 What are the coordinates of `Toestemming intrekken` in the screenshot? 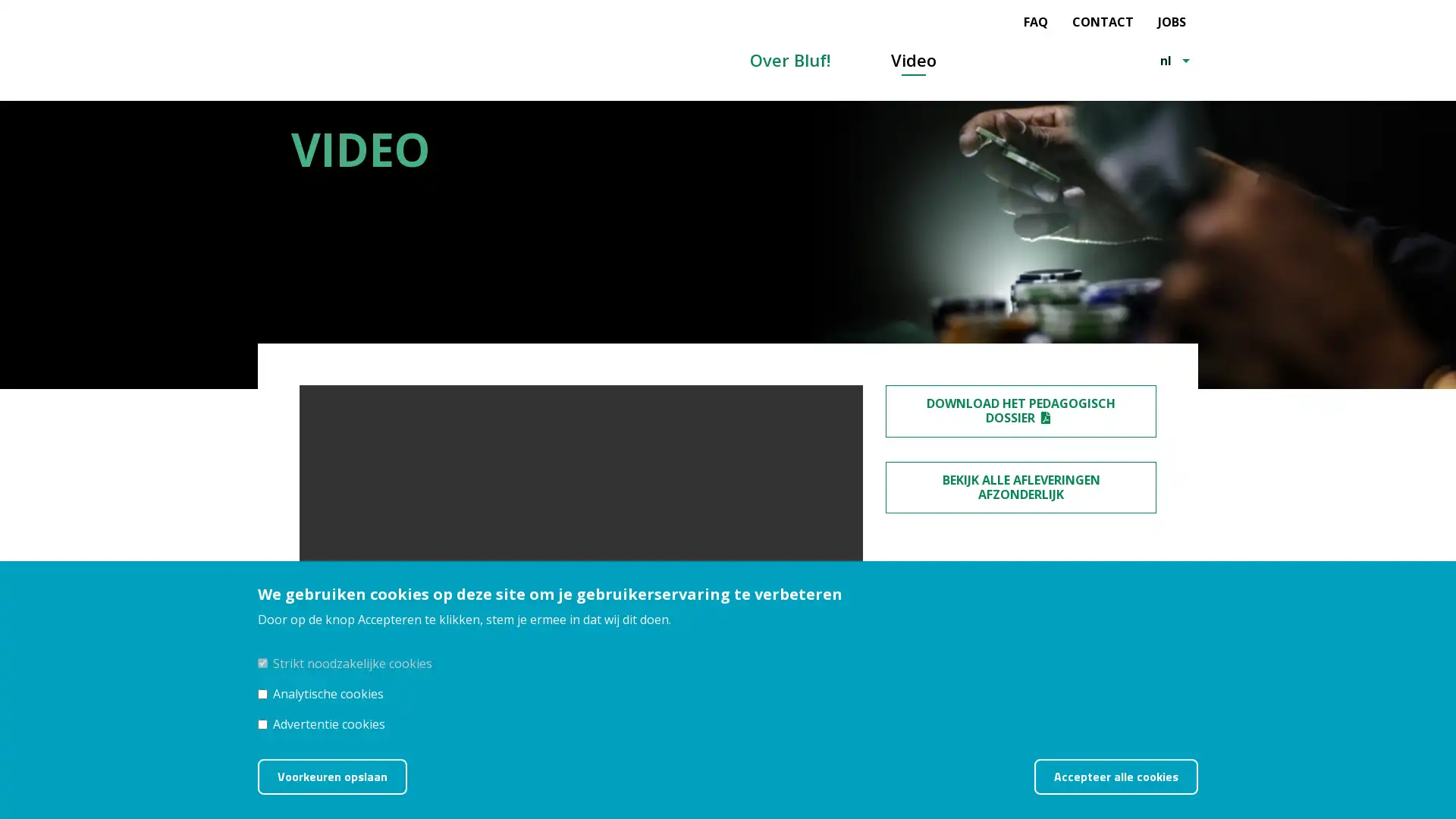 It's located at (1218, 766).